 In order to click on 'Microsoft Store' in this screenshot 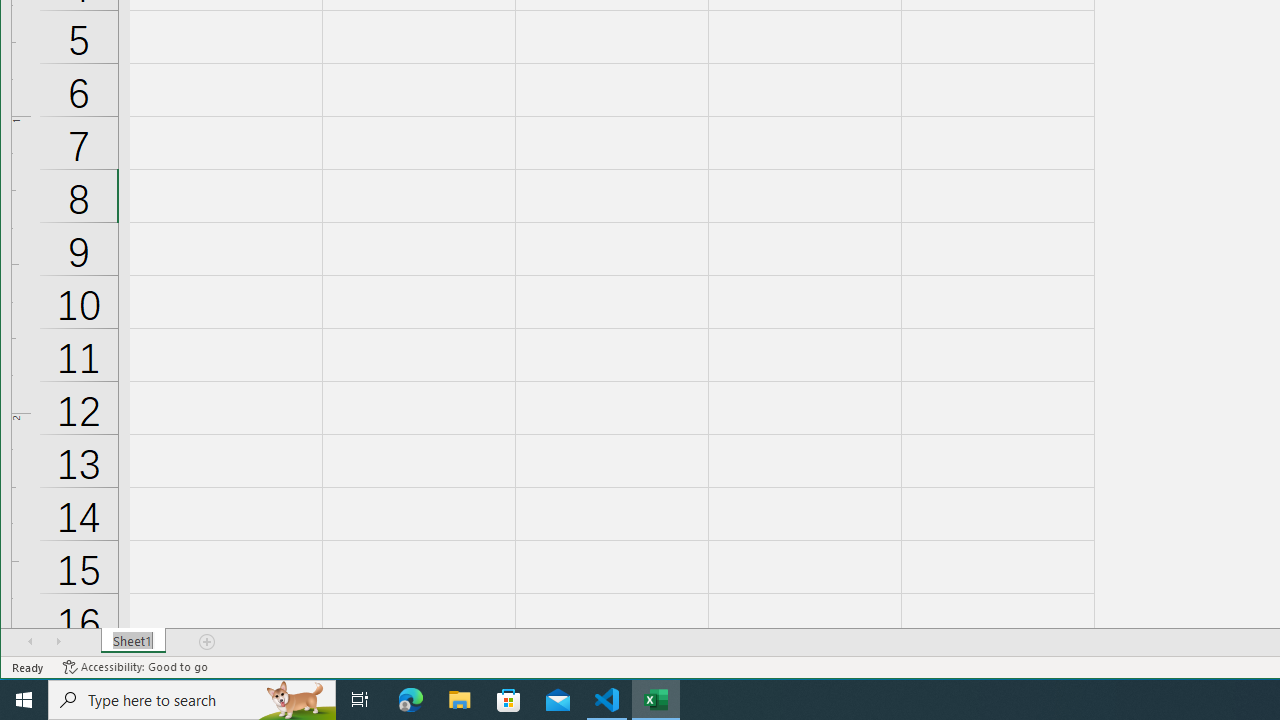, I will do `click(509, 698)`.